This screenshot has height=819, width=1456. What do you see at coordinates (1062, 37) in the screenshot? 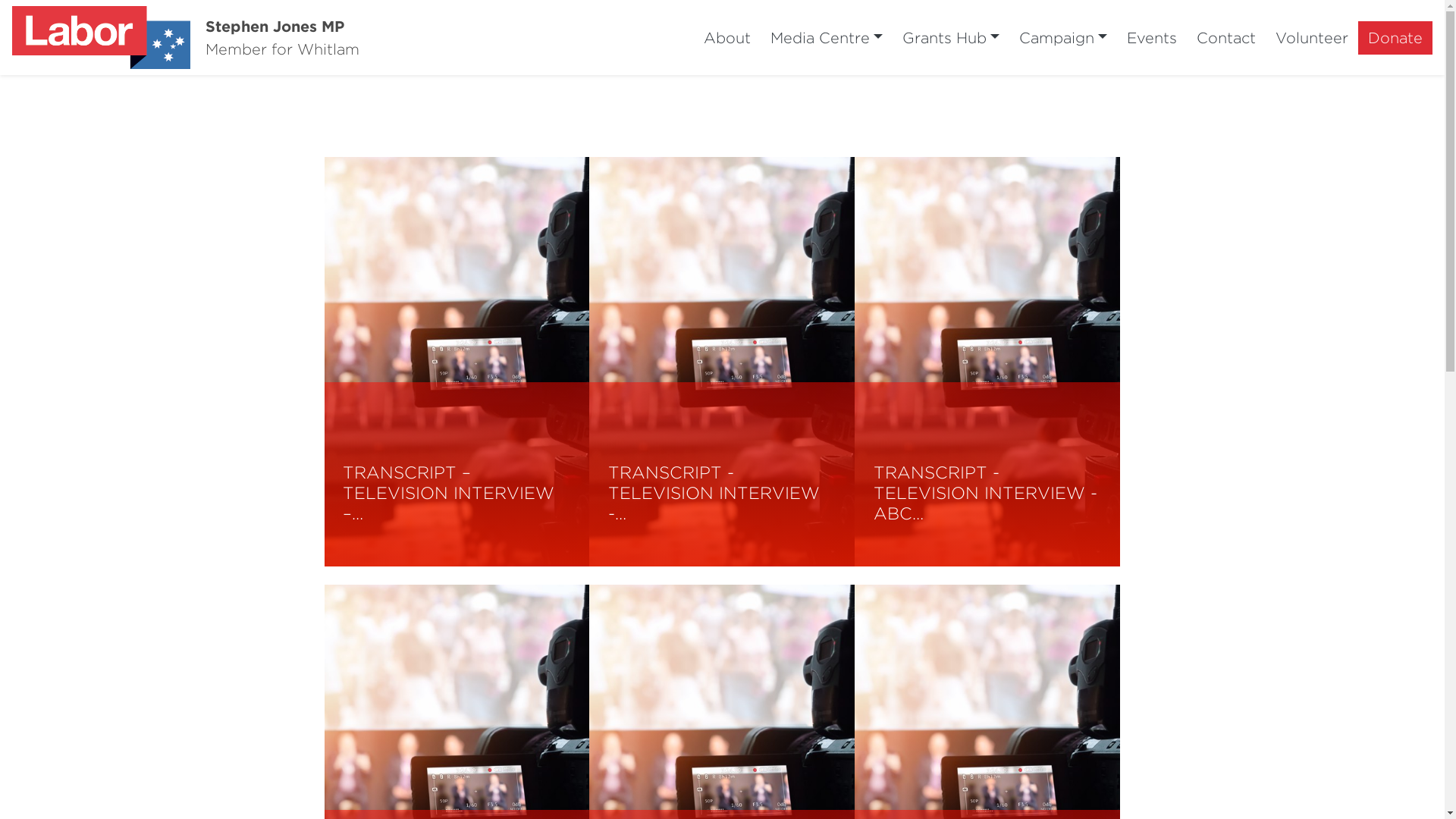
I see `'Campaign'` at bounding box center [1062, 37].